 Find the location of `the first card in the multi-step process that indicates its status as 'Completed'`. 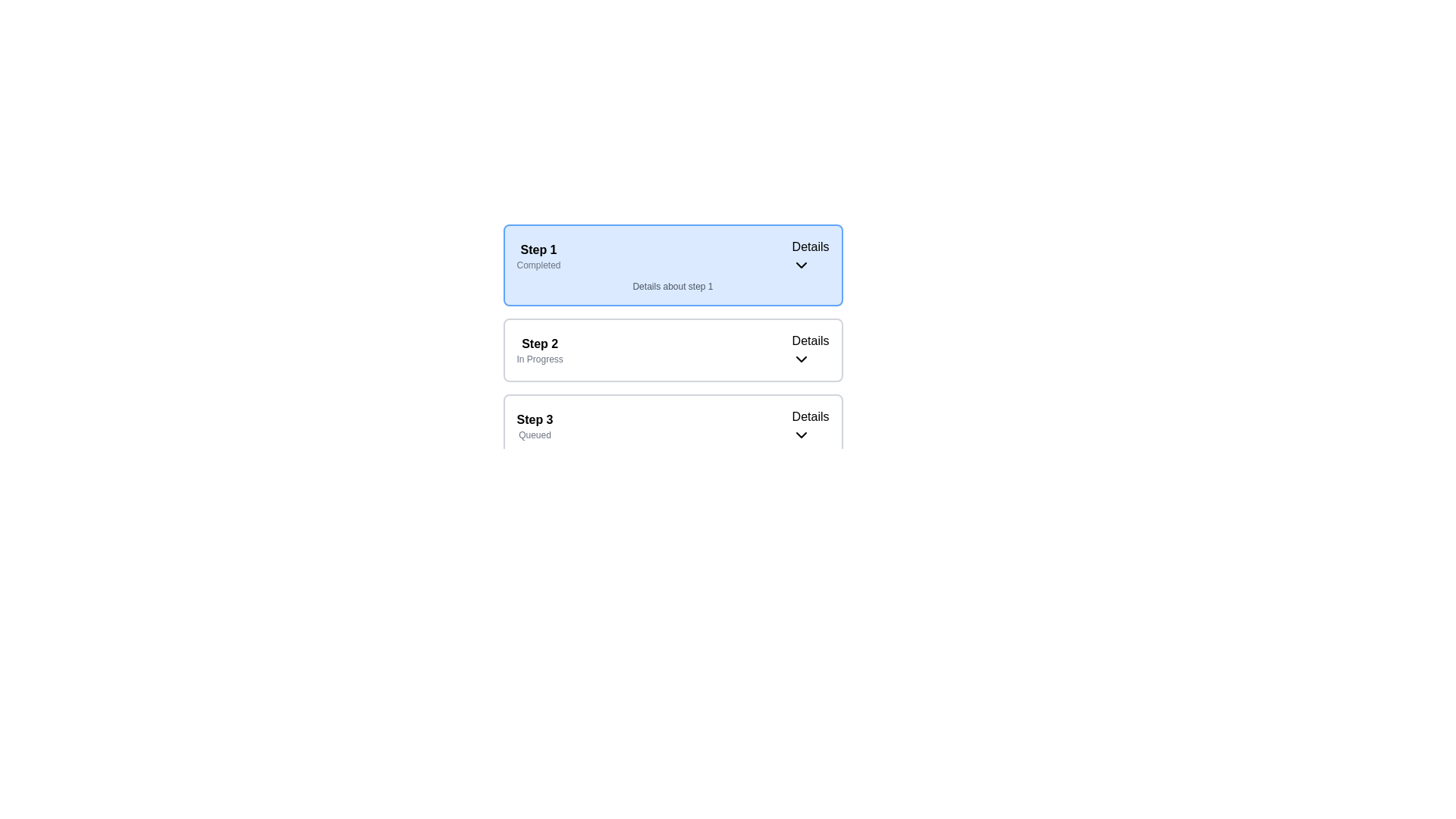

the first card in the multi-step process that indicates its status as 'Completed' is located at coordinates (672, 265).